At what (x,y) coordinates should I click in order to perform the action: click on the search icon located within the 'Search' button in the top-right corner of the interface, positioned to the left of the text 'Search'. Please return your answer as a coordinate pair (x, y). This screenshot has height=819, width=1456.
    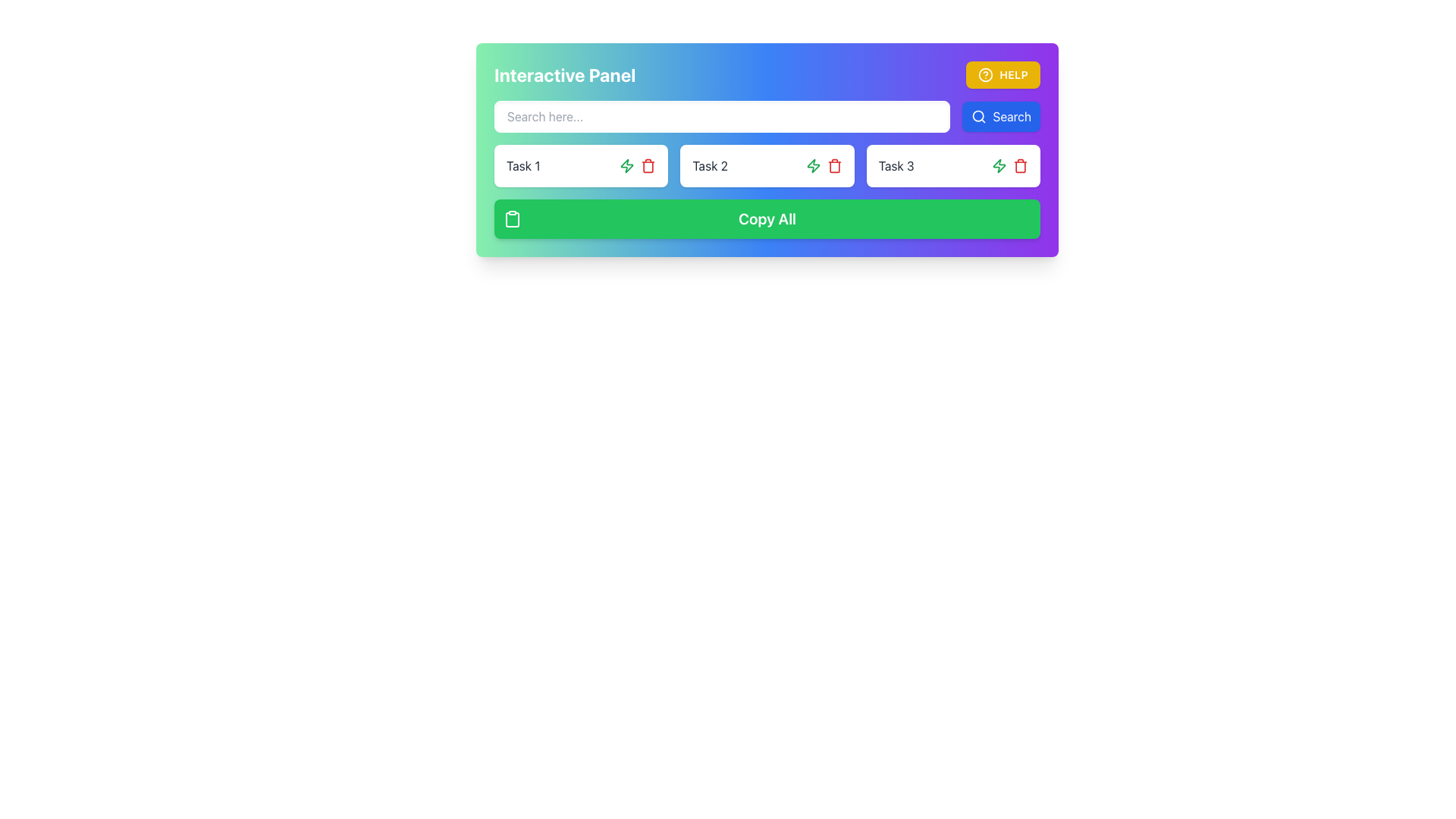
    Looking at the image, I should click on (979, 116).